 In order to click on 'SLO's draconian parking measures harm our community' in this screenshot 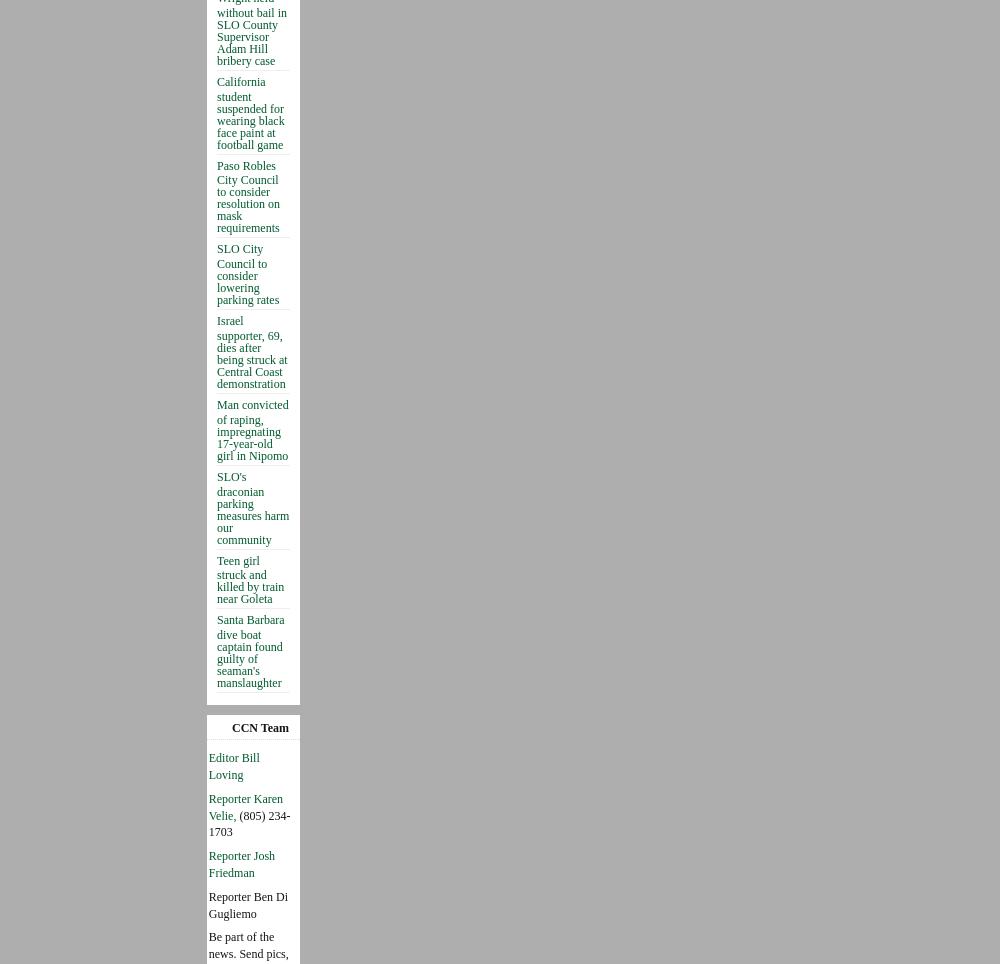, I will do `click(253, 506)`.